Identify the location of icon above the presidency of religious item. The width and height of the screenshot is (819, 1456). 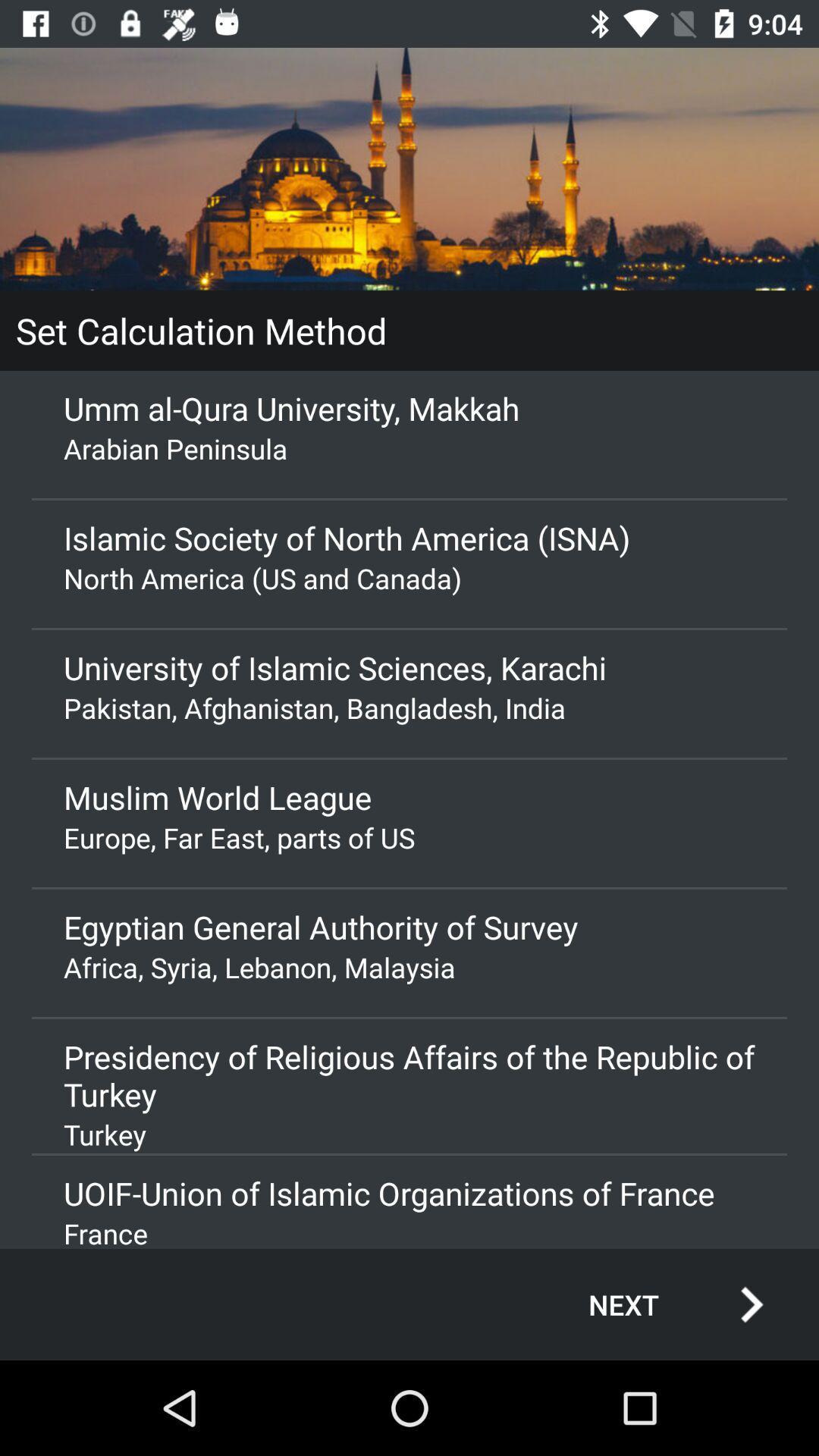
(409, 966).